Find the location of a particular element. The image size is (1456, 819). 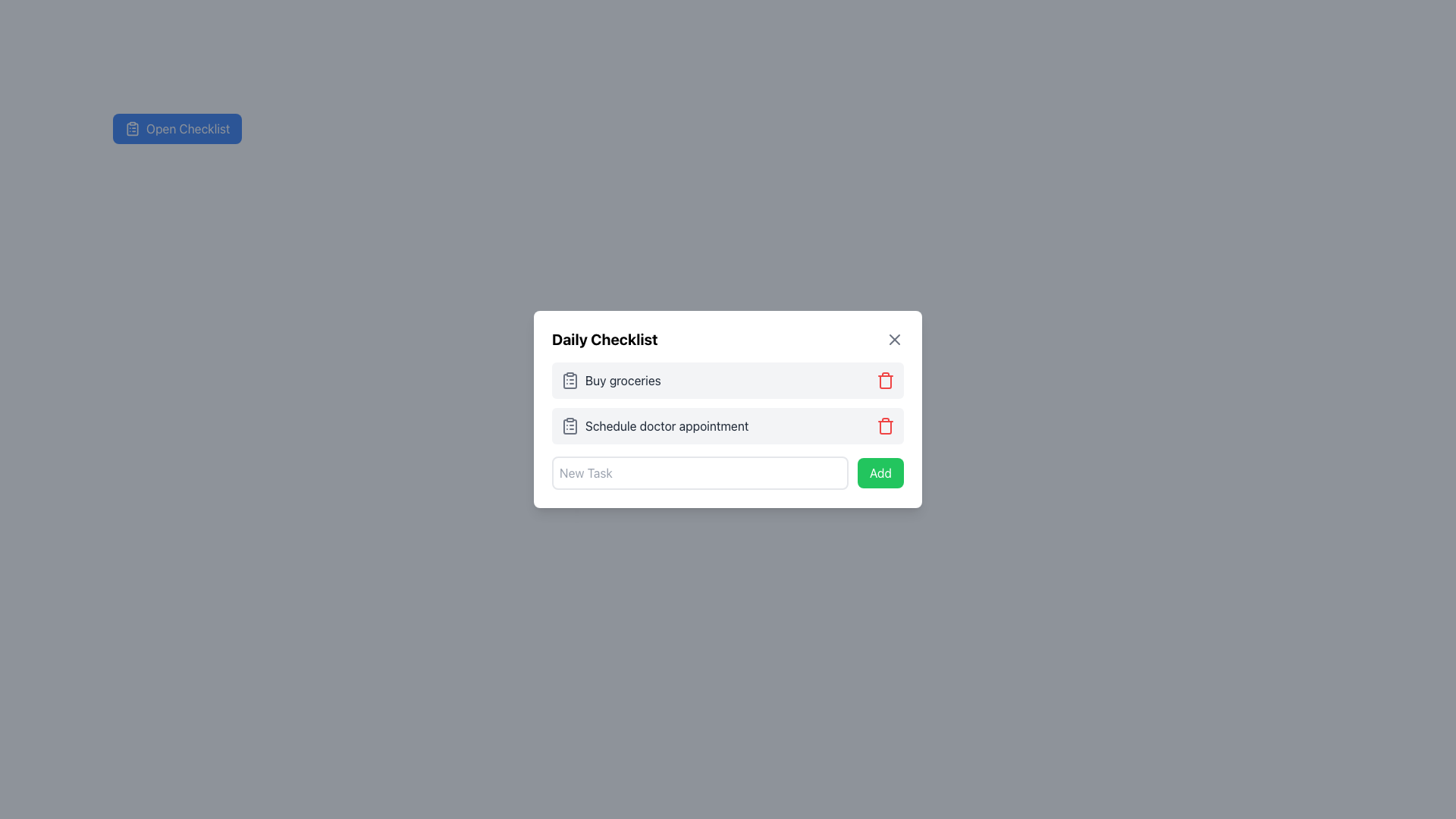

the delete button for the 'Buy groceries' task located in the right section of the checklist row is located at coordinates (885, 379).